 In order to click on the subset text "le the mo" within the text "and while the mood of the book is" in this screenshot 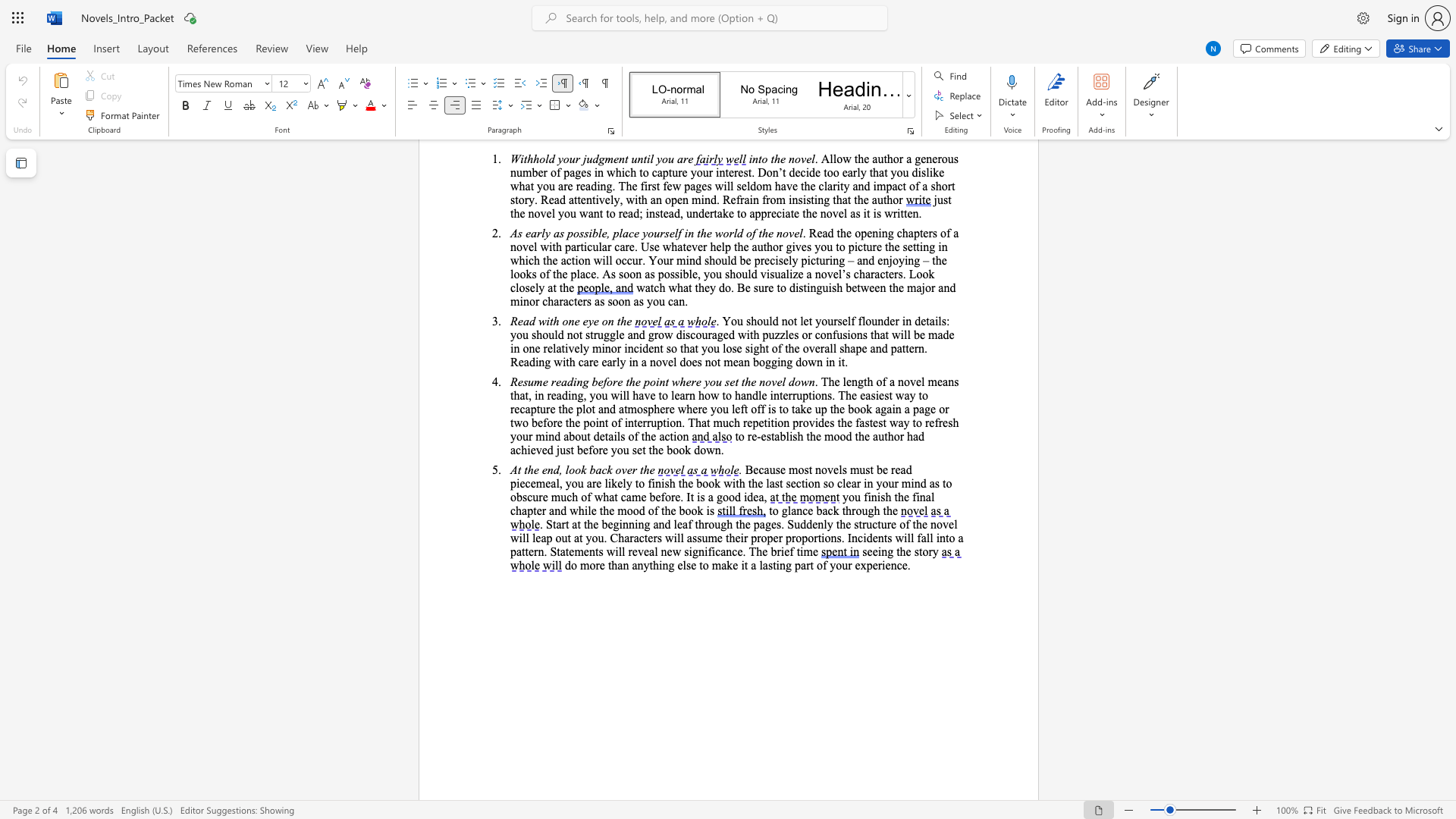, I will do `click(587, 510)`.